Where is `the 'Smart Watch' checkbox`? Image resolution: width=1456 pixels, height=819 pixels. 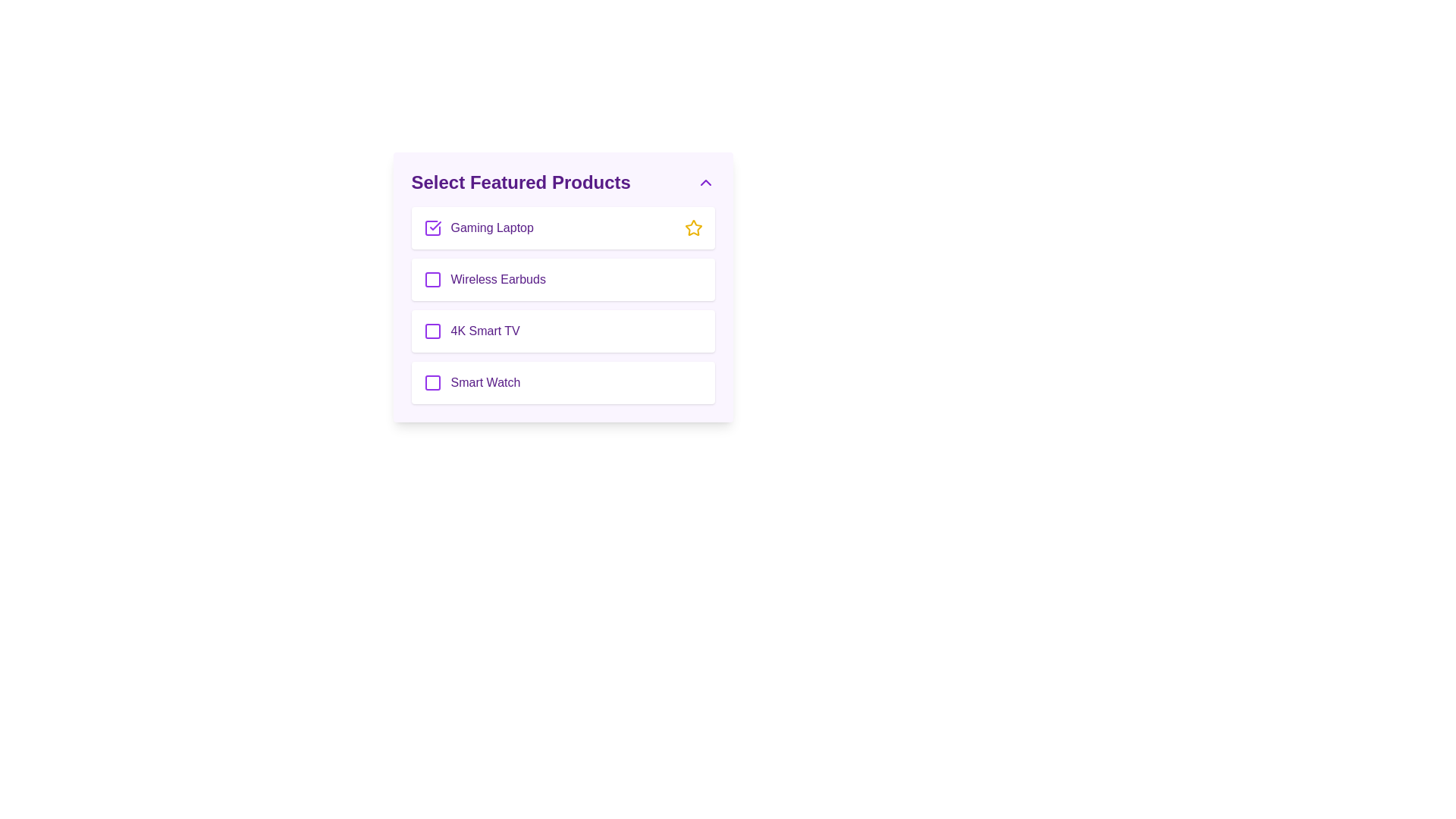 the 'Smart Watch' checkbox is located at coordinates (562, 382).